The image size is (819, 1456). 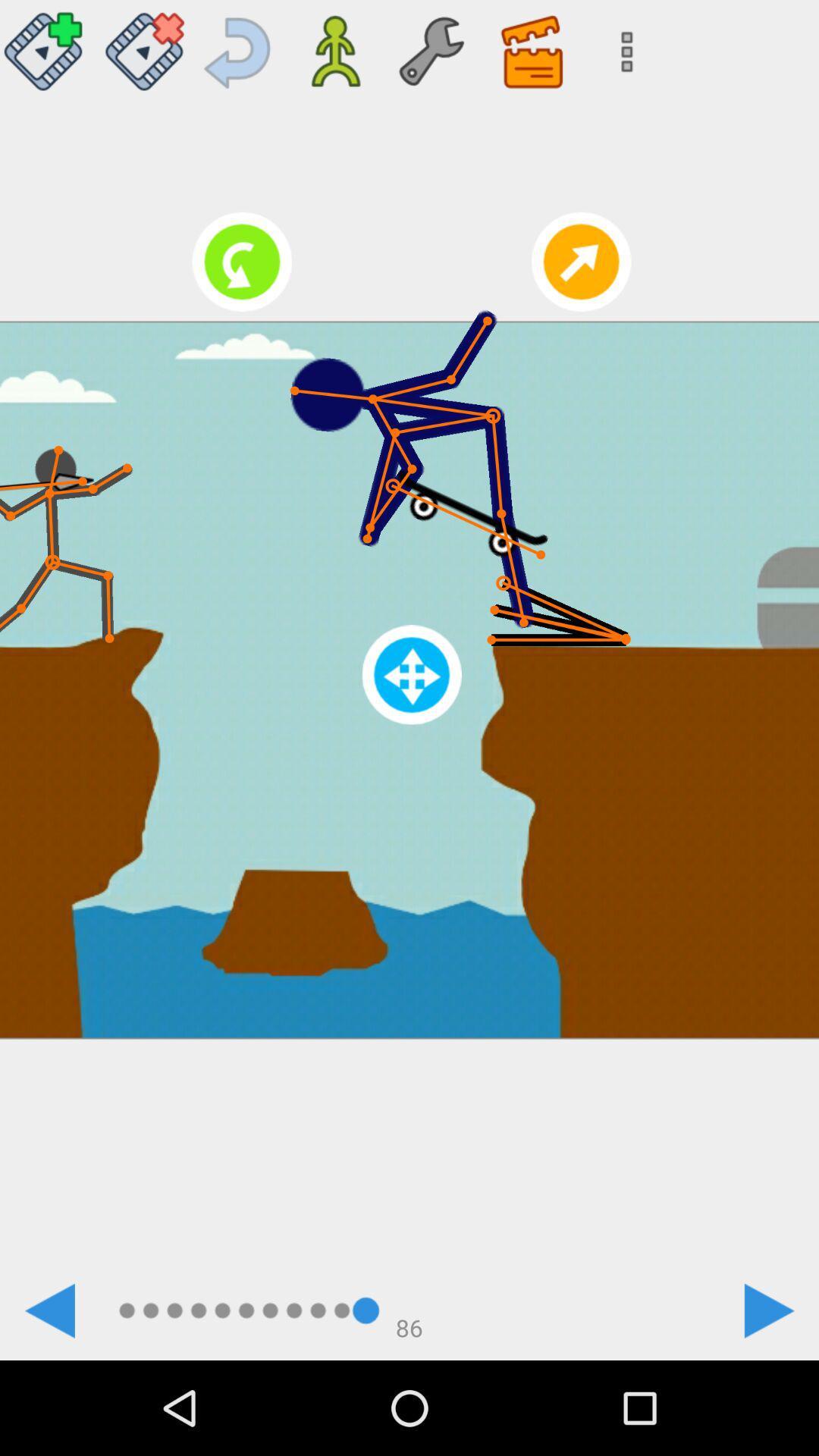 I want to click on previous, so click(x=239, y=45).